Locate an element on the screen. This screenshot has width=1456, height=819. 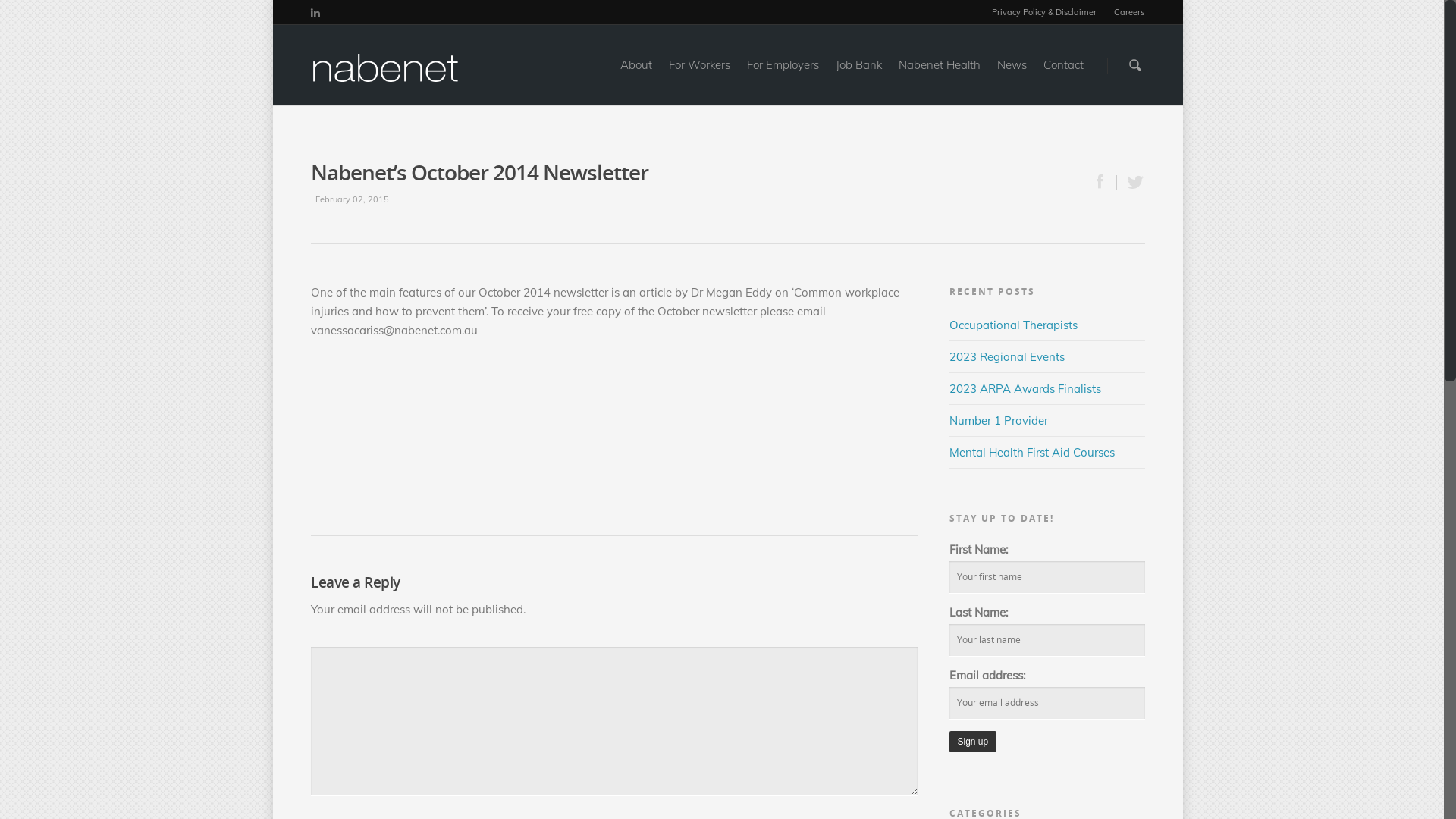
'2023 ARPA Awards Finalists' is located at coordinates (1025, 387).